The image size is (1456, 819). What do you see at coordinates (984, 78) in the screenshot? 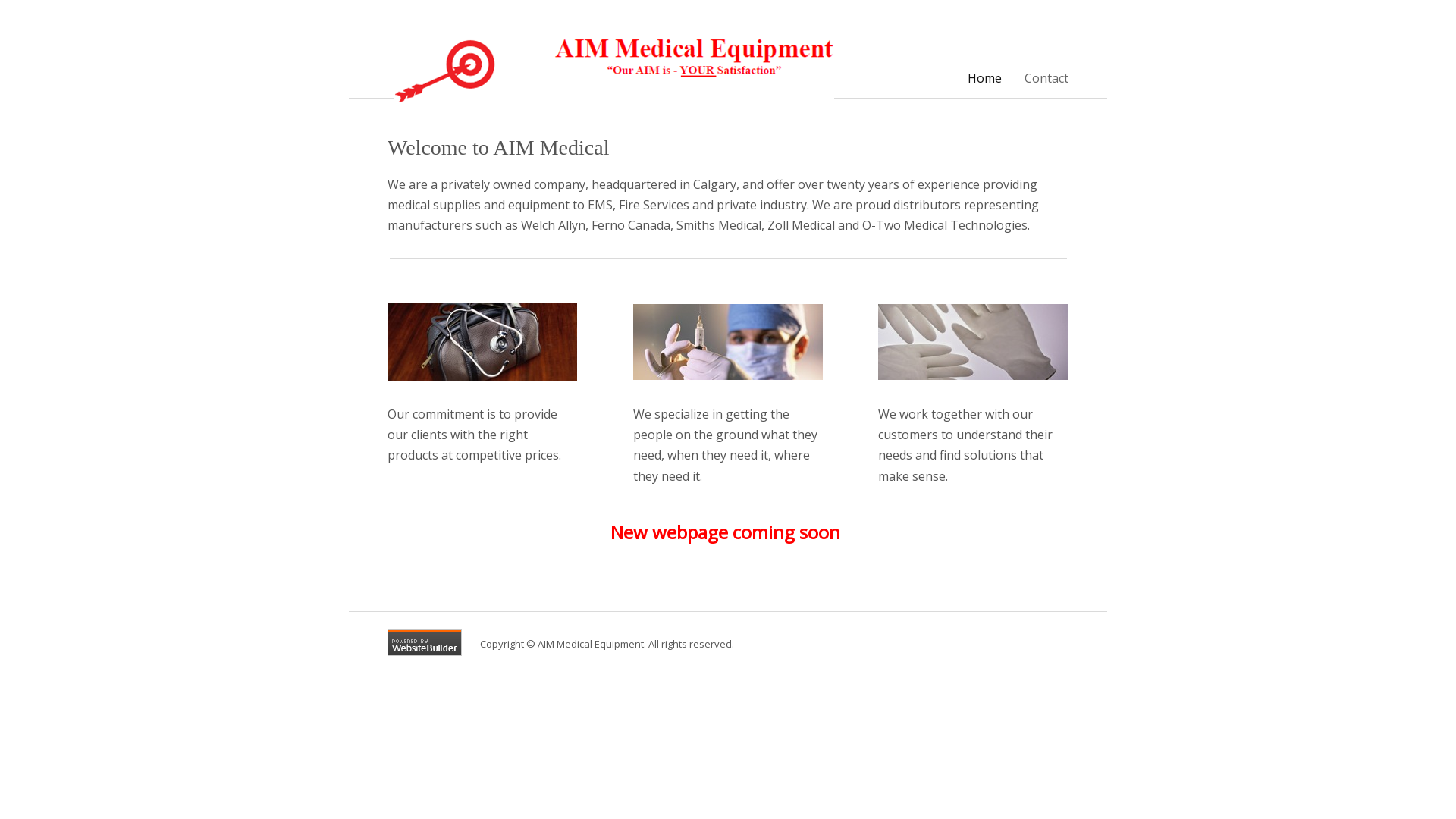
I see `'Home'` at bounding box center [984, 78].